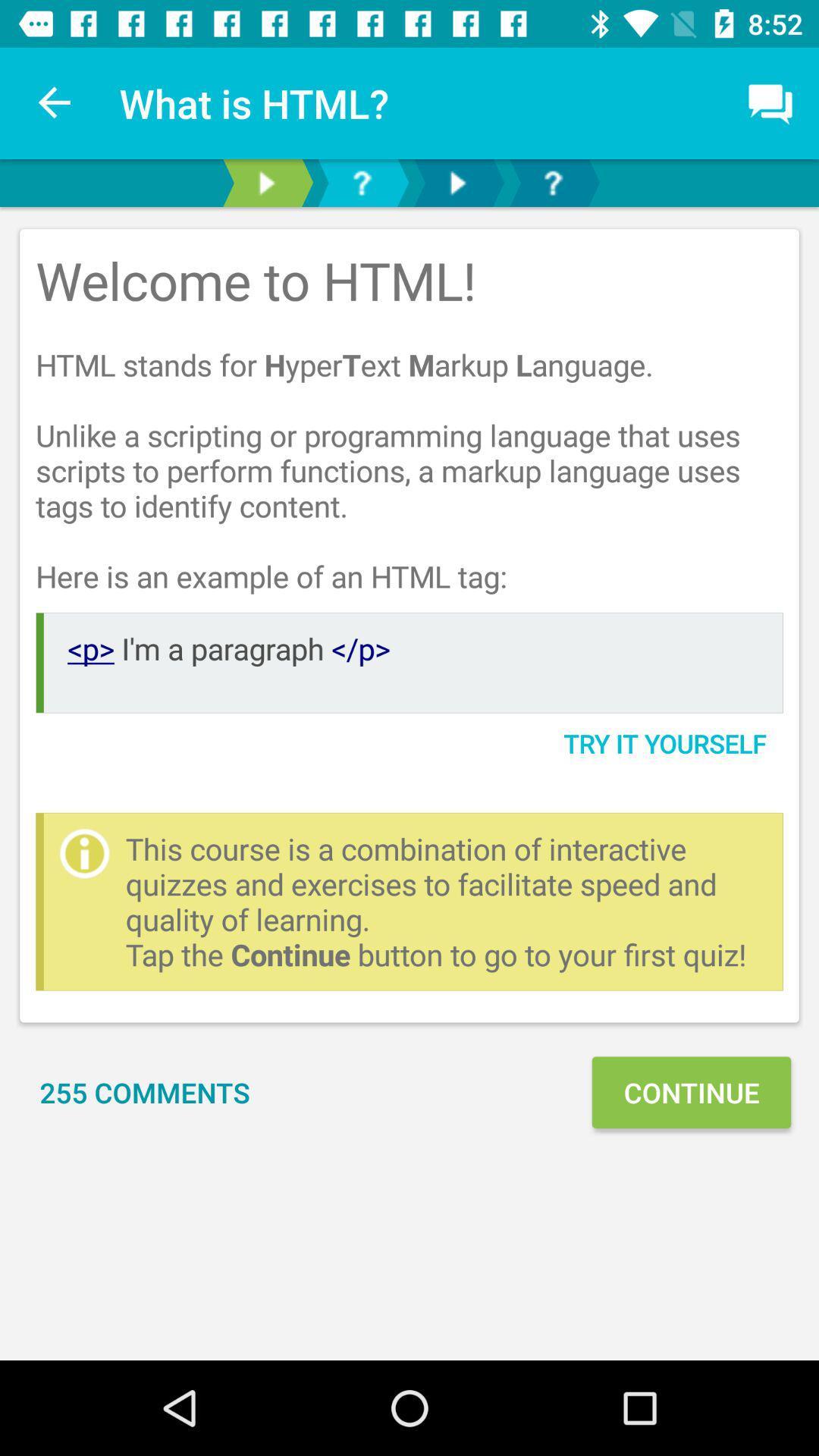  What do you see at coordinates (553, 182) in the screenshot?
I see `quiz` at bounding box center [553, 182].